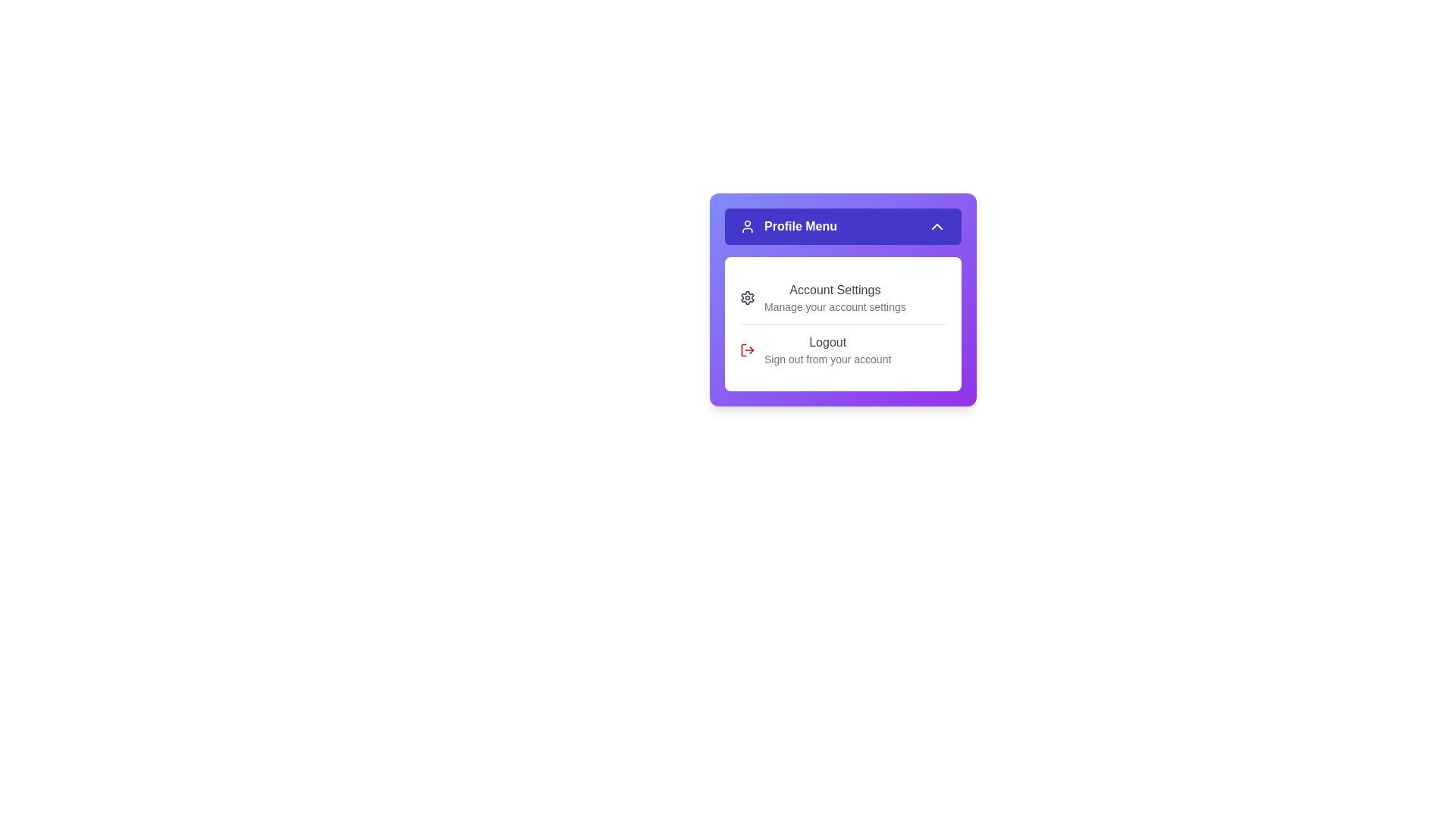 Image resolution: width=1456 pixels, height=819 pixels. Describe the element at coordinates (747, 350) in the screenshot. I see `the icon next to Logout` at that location.